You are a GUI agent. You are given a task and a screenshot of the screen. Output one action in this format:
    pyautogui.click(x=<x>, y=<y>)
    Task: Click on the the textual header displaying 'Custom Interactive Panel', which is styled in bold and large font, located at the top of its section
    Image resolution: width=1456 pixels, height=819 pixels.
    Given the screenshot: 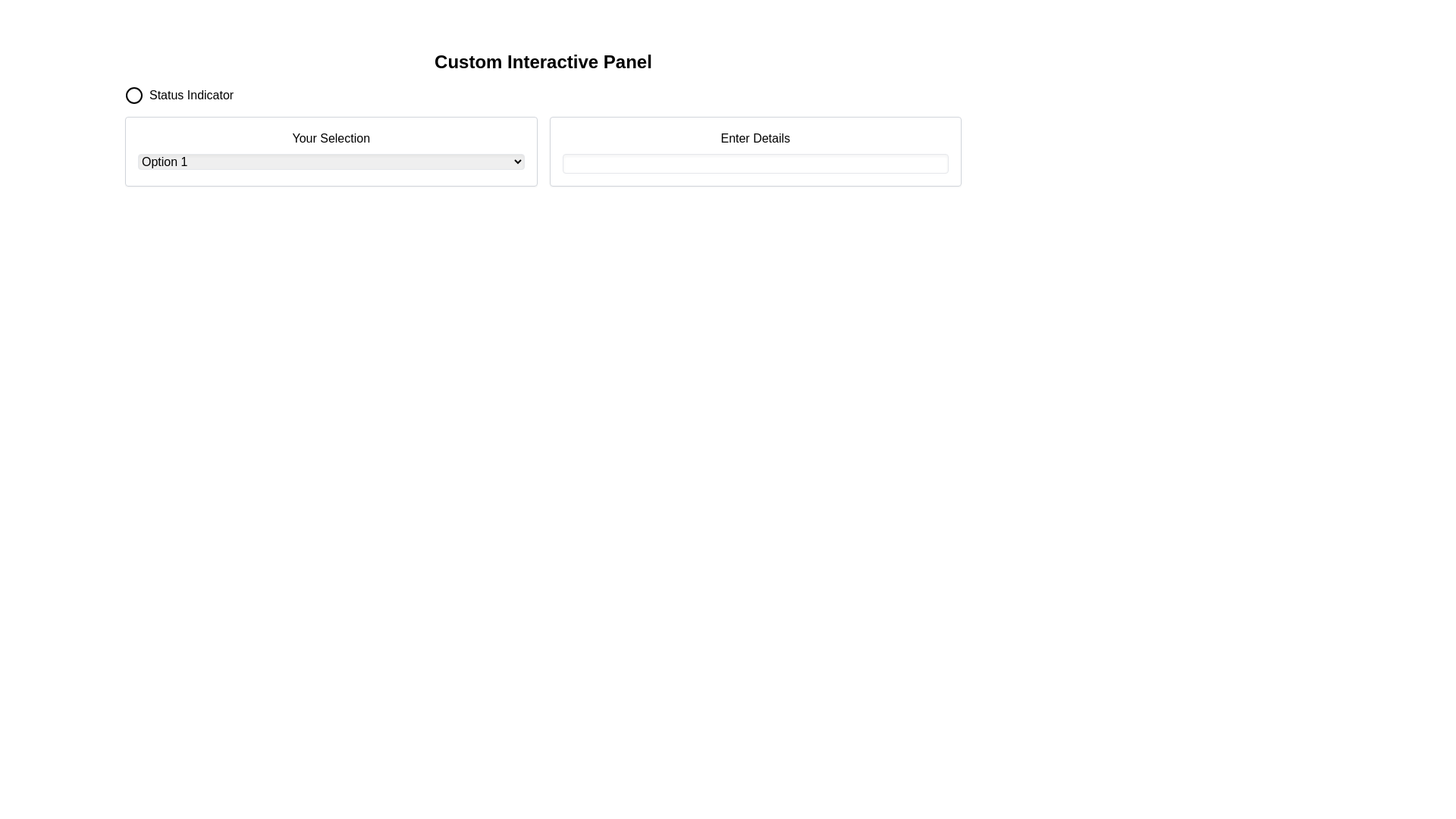 What is the action you would take?
    pyautogui.click(x=543, y=61)
    